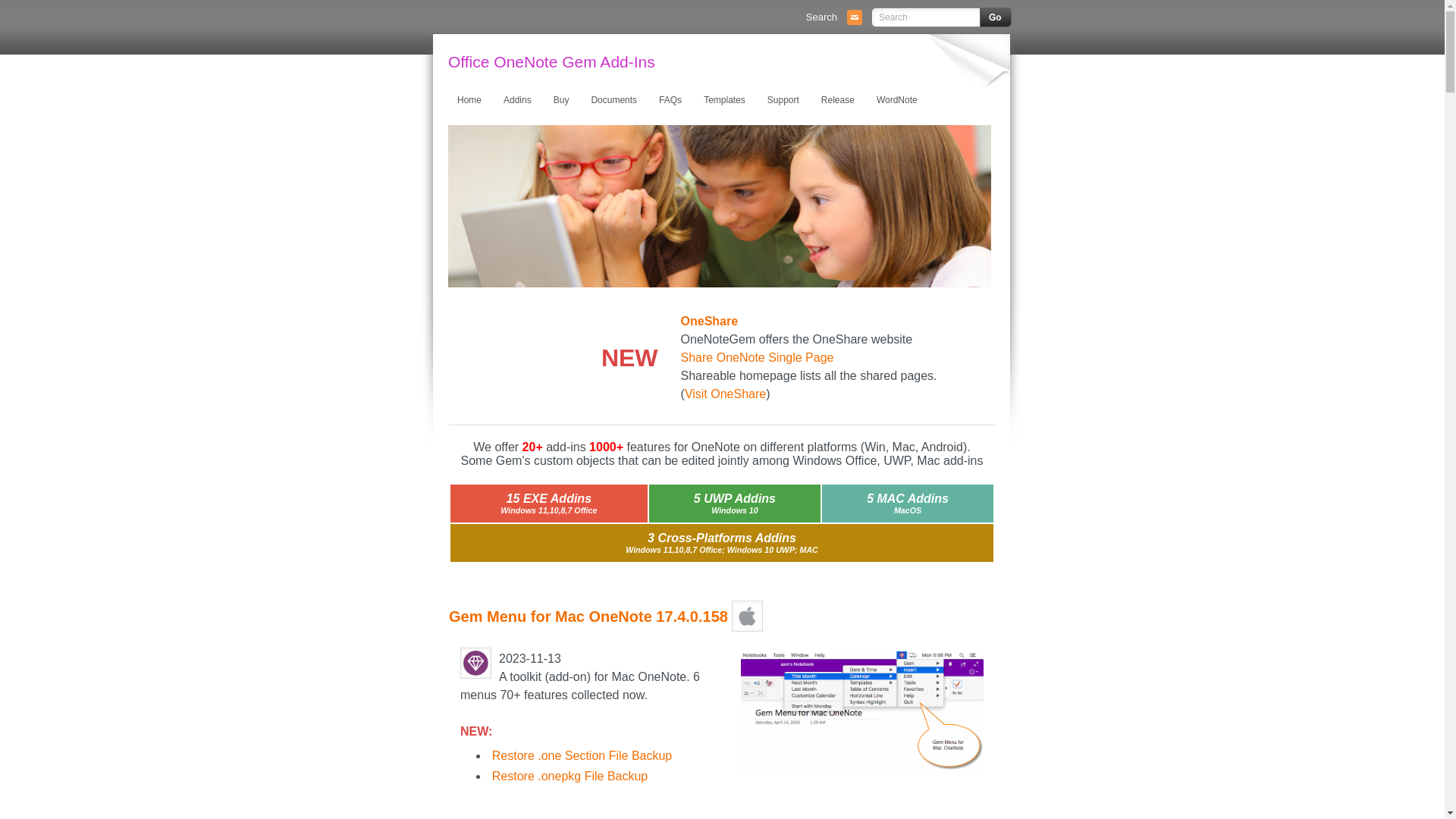  Describe the element at coordinates (811, 99) in the screenshot. I see `'Release'` at that location.